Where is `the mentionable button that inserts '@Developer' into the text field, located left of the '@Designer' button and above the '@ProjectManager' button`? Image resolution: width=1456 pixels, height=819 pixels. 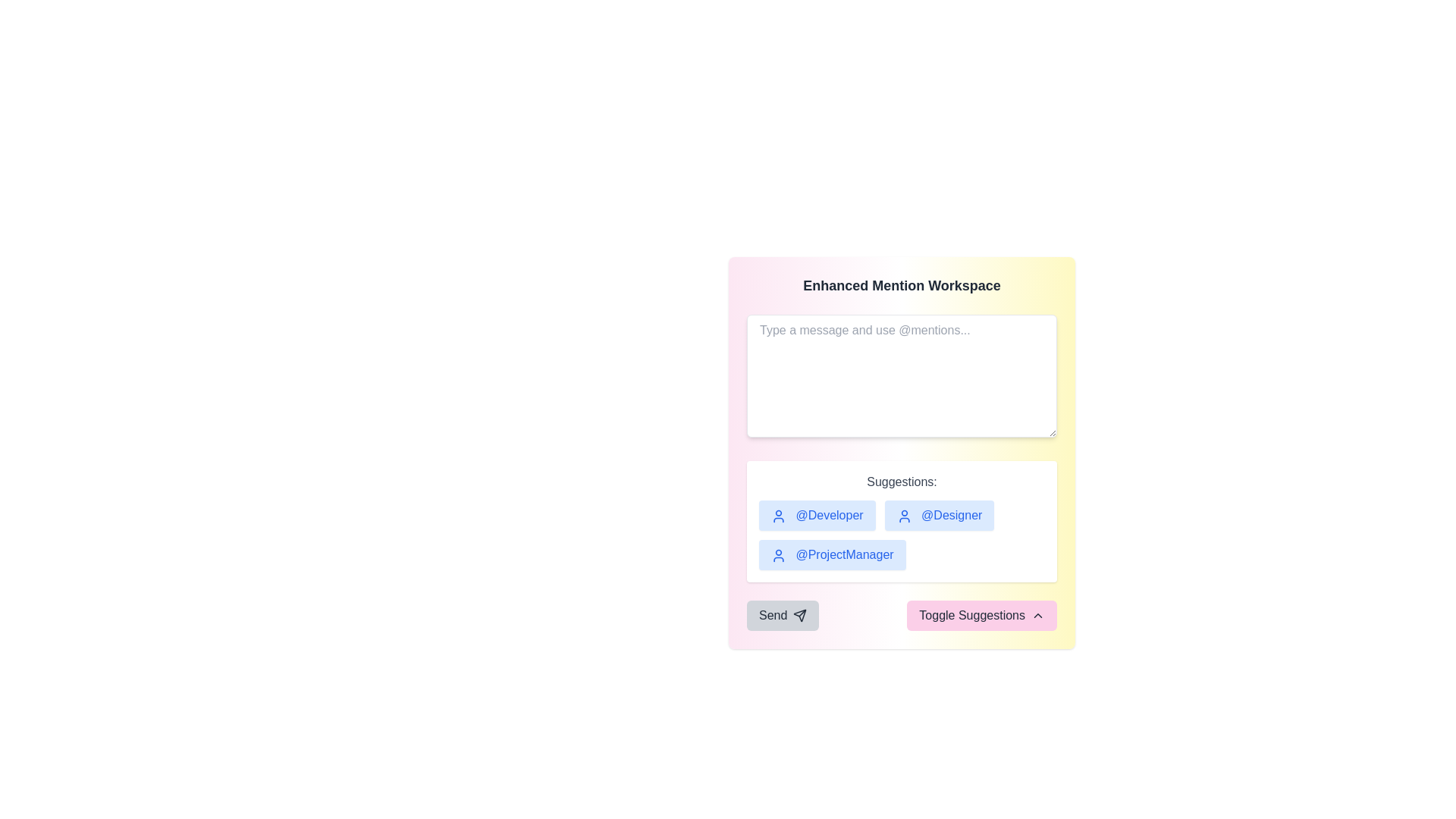
the mentionable button that inserts '@Developer' into the text field, located left of the '@Designer' button and above the '@ProjectManager' button is located at coordinates (816, 514).